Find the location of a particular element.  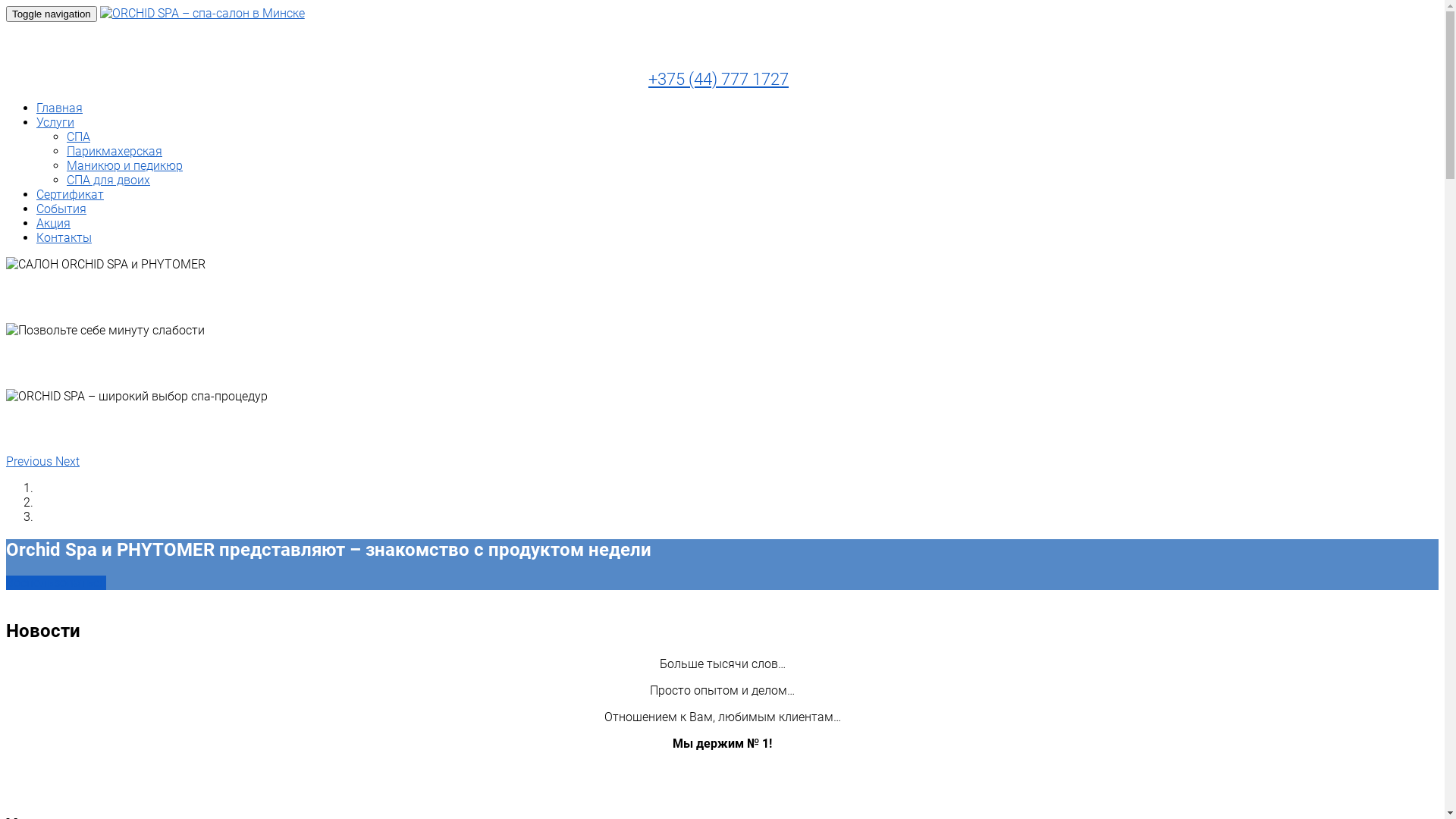

'Toggle navigation' is located at coordinates (51, 14).